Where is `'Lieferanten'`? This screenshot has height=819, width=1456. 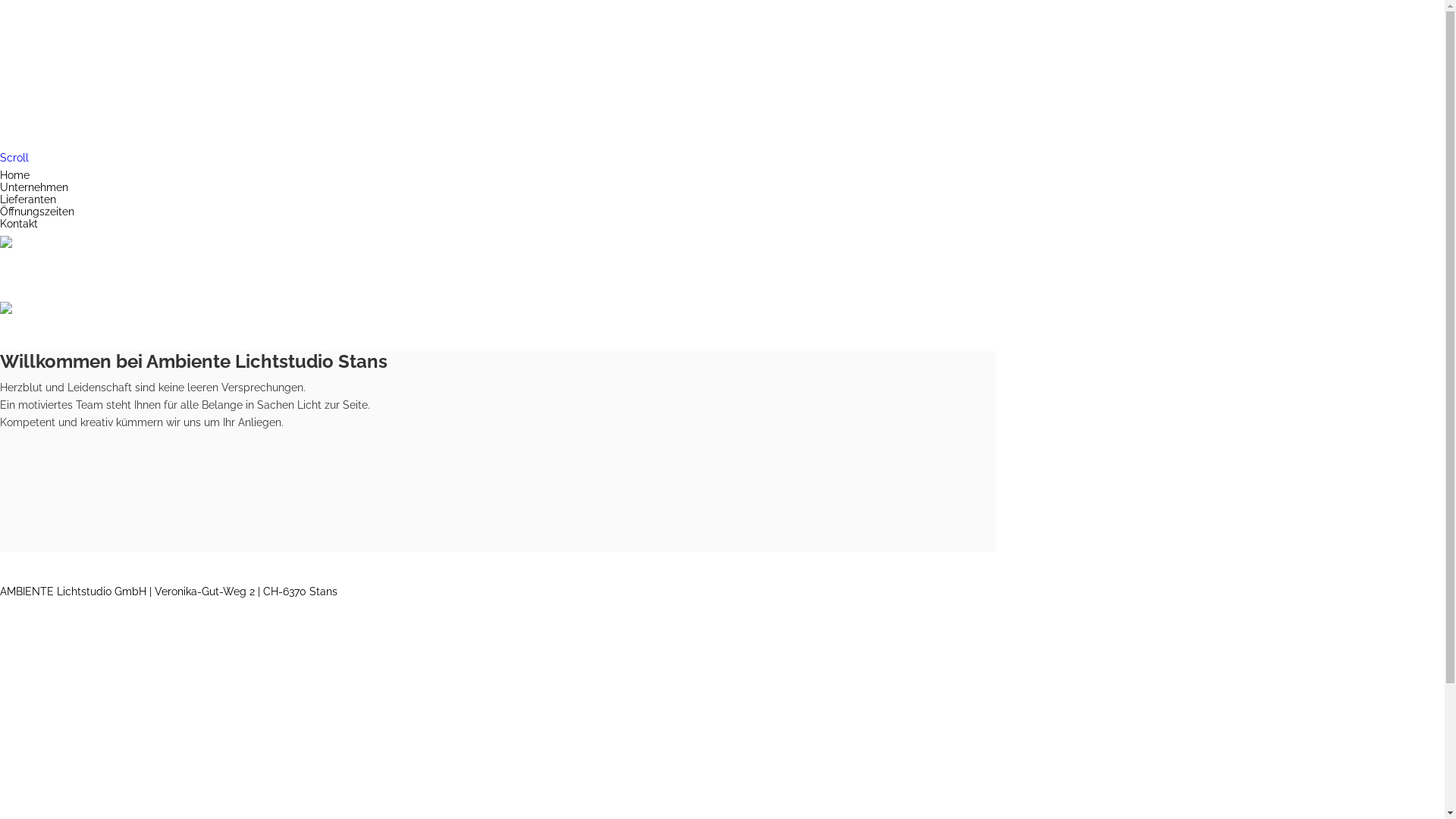 'Lieferanten' is located at coordinates (0, 198).